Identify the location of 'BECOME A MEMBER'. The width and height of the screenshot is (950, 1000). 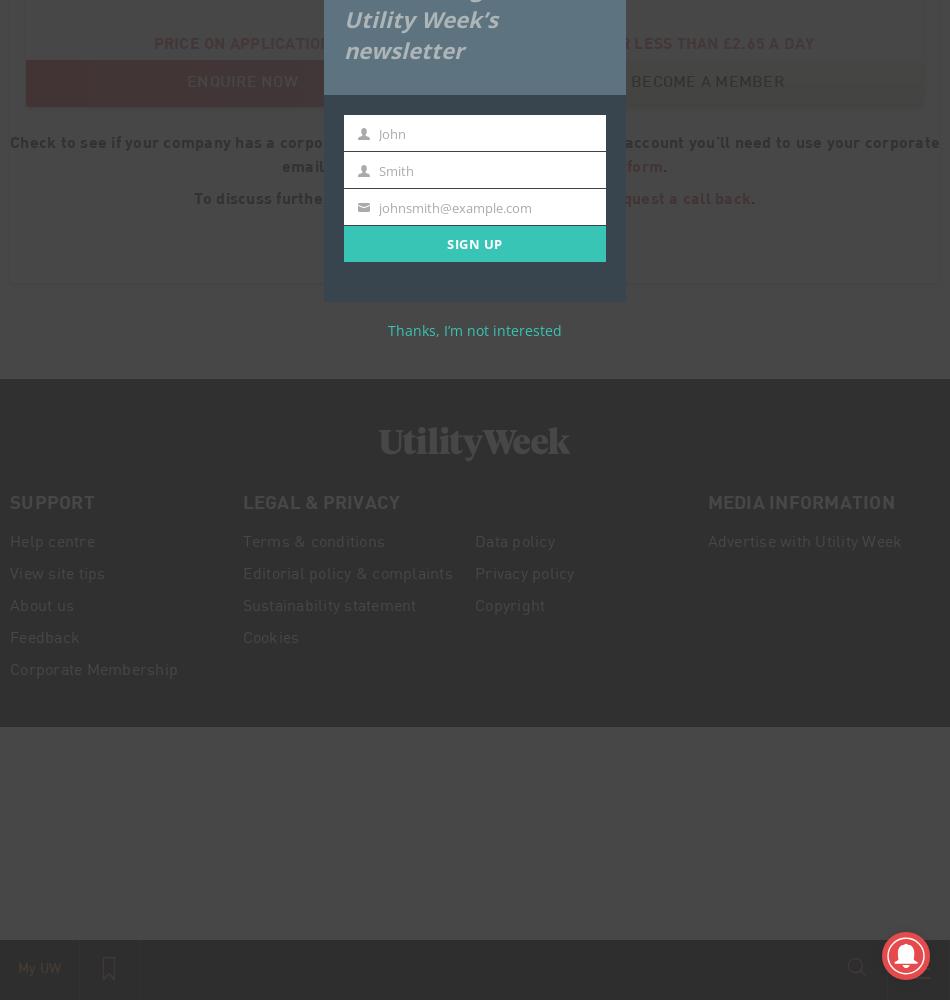
(706, 82).